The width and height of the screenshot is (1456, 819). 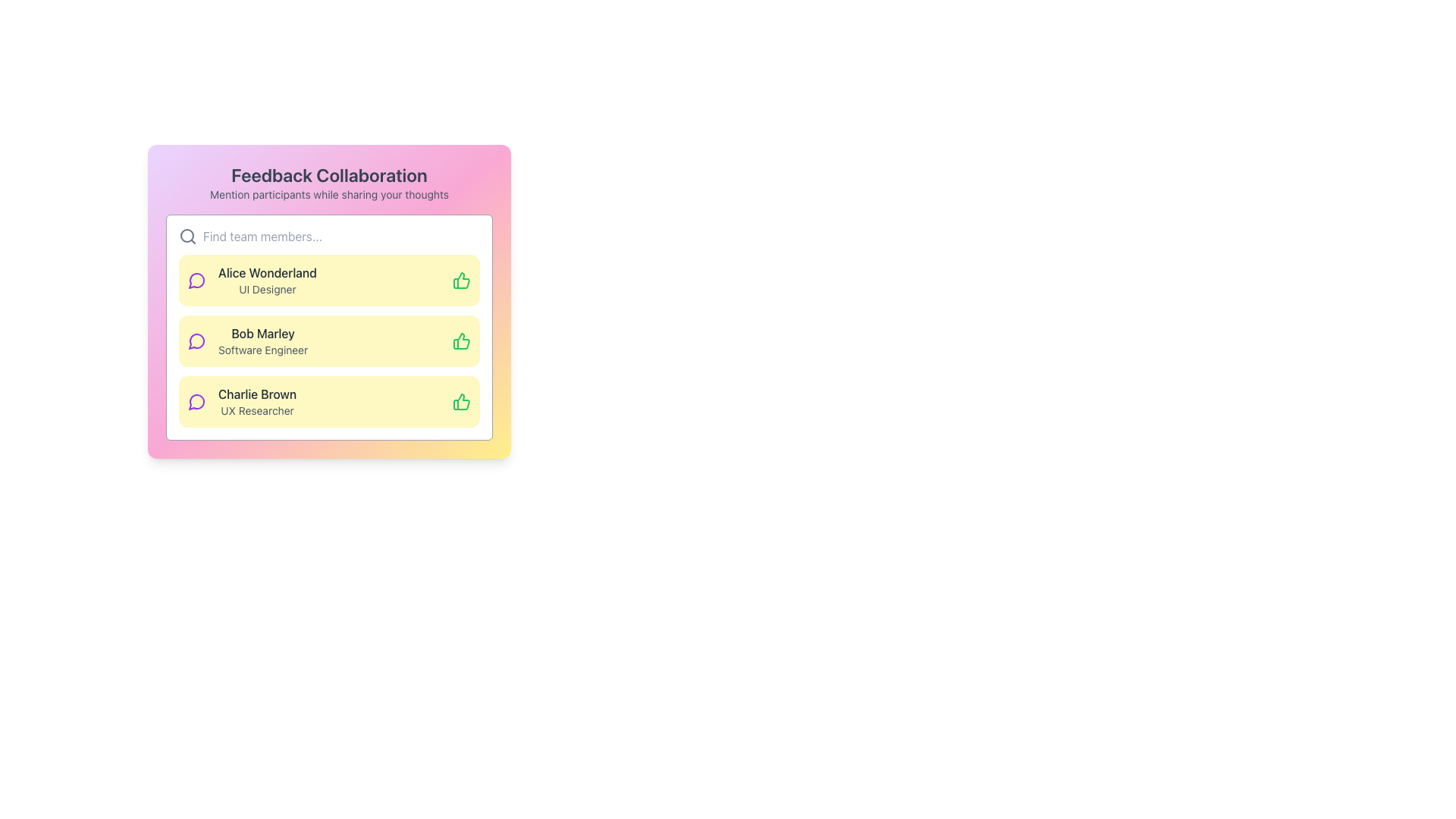 I want to click on the Text Display Area that contains the lines 'Feedback Collaboration' and 'Mention participants while sharing your thoughts', so click(x=328, y=181).